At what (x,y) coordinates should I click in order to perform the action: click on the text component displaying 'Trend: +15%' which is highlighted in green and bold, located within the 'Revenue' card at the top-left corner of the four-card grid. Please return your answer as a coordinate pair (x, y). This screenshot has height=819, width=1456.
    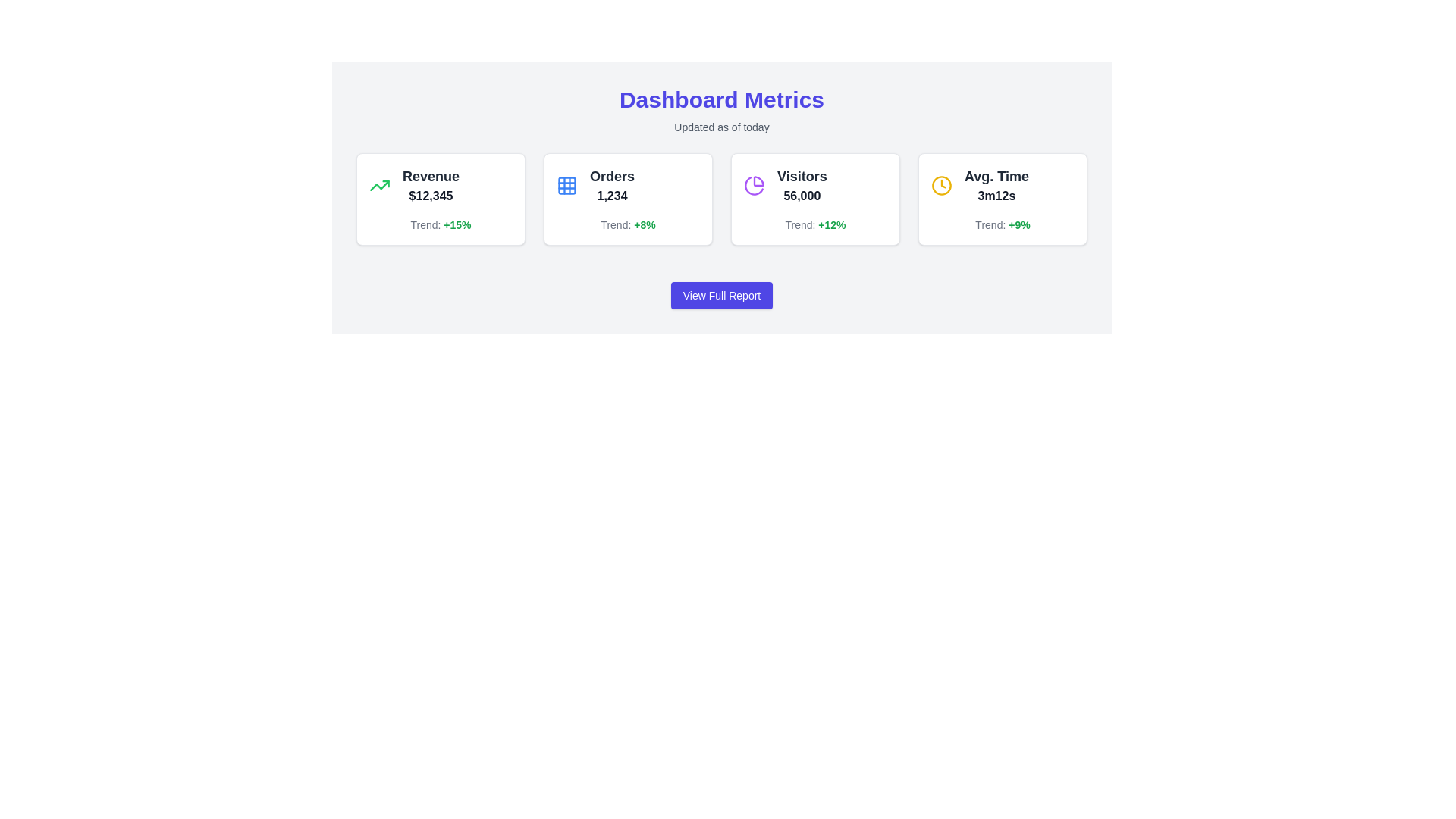
    Looking at the image, I should click on (440, 225).